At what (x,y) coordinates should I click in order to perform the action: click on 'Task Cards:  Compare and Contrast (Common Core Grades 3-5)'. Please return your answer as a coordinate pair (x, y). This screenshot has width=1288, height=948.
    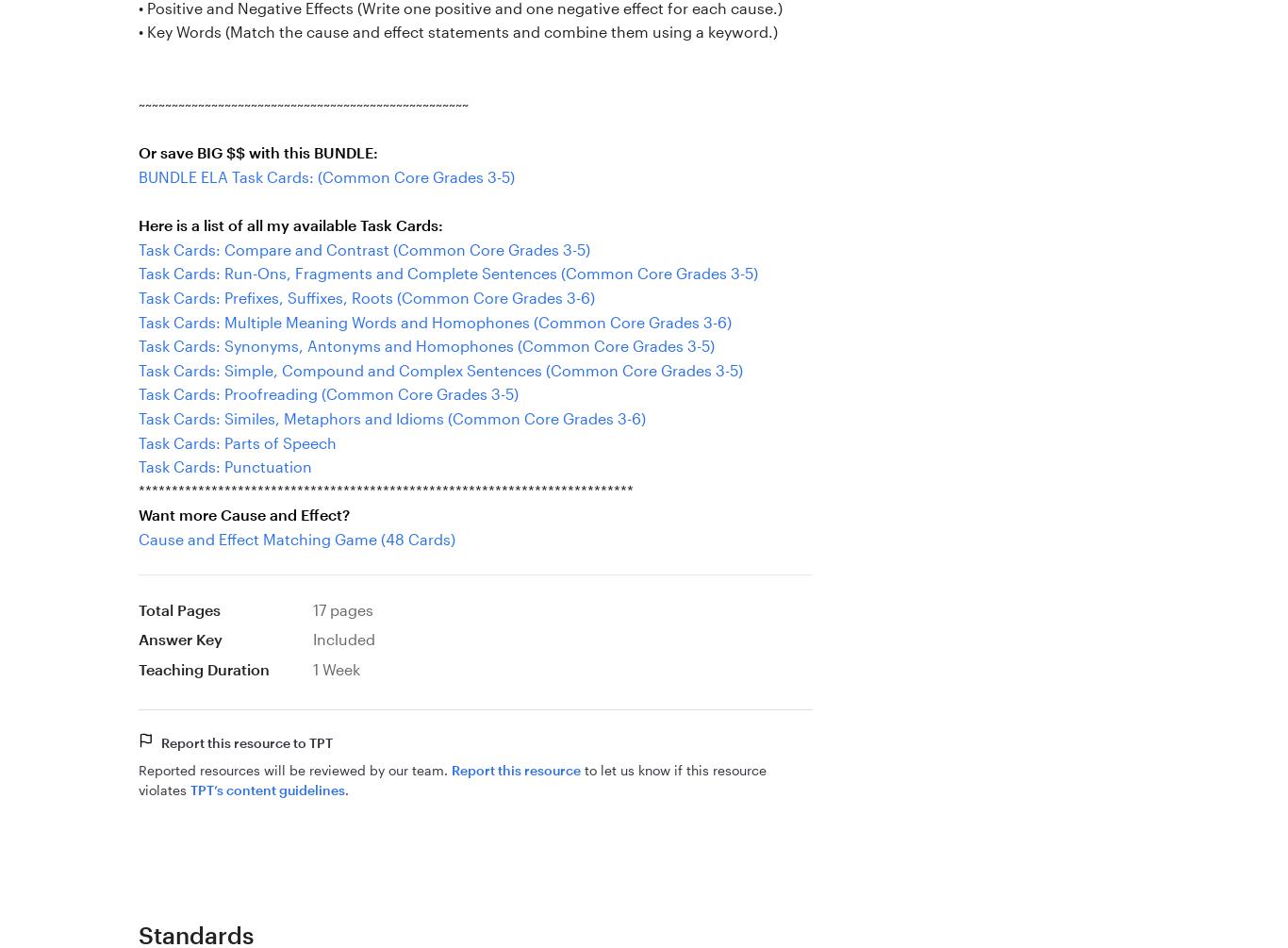
    Looking at the image, I should click on (363, 247).